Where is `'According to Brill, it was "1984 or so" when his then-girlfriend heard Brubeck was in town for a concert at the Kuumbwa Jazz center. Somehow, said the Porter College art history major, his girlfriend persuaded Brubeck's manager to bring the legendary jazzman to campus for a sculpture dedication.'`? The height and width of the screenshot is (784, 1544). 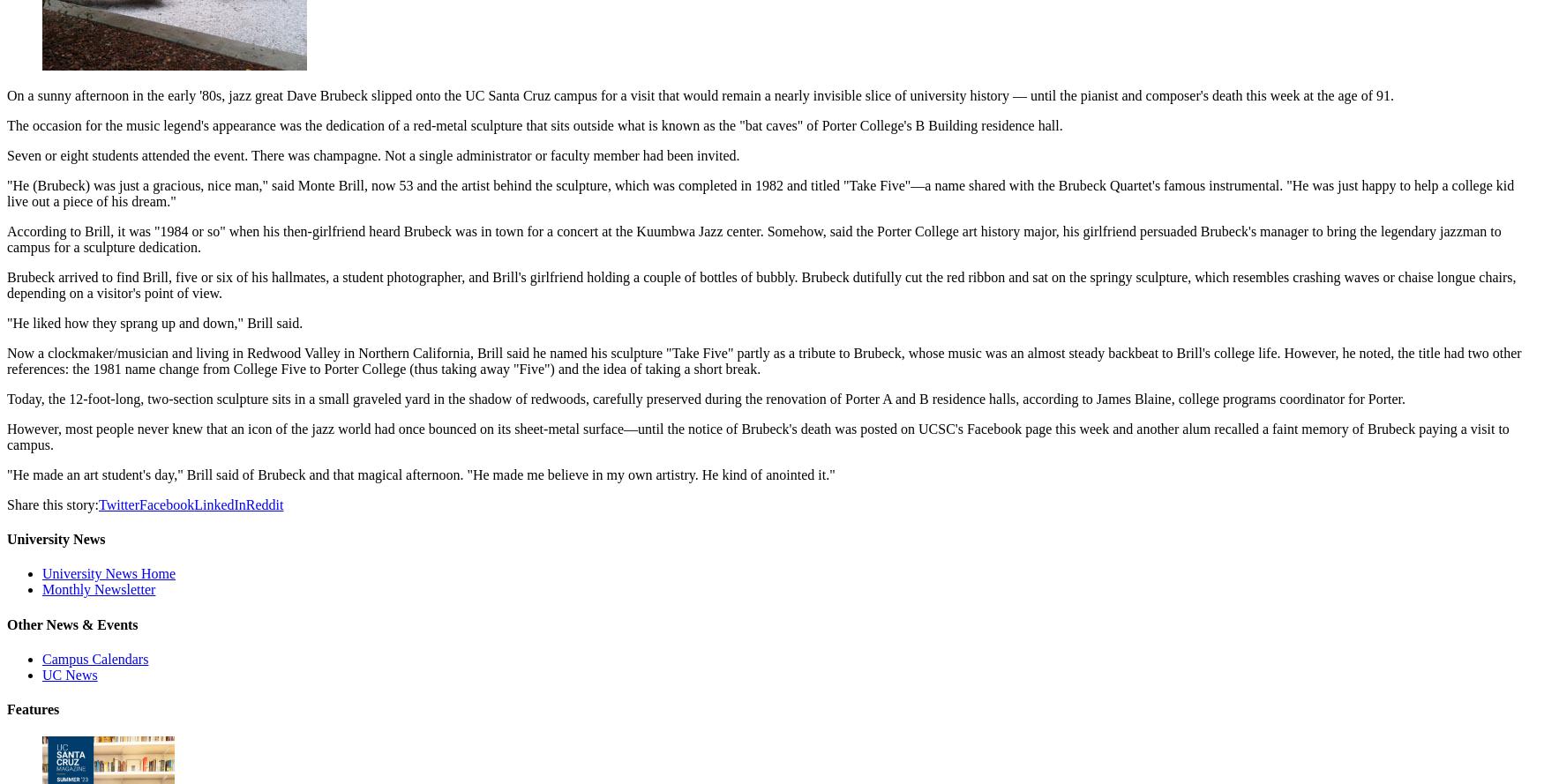
'According to Brill, it was "1984 or so" when his then-girlfriend heard Brubeck was in town for a concert at the Kuumbwa Jazz center. Somehow, said the Porter College art history major, his girlfriend persuaded Brubeck's manager to bring the legendary jazzman to campus for a sculpture dedication.' is located at coordinates (753, 238).